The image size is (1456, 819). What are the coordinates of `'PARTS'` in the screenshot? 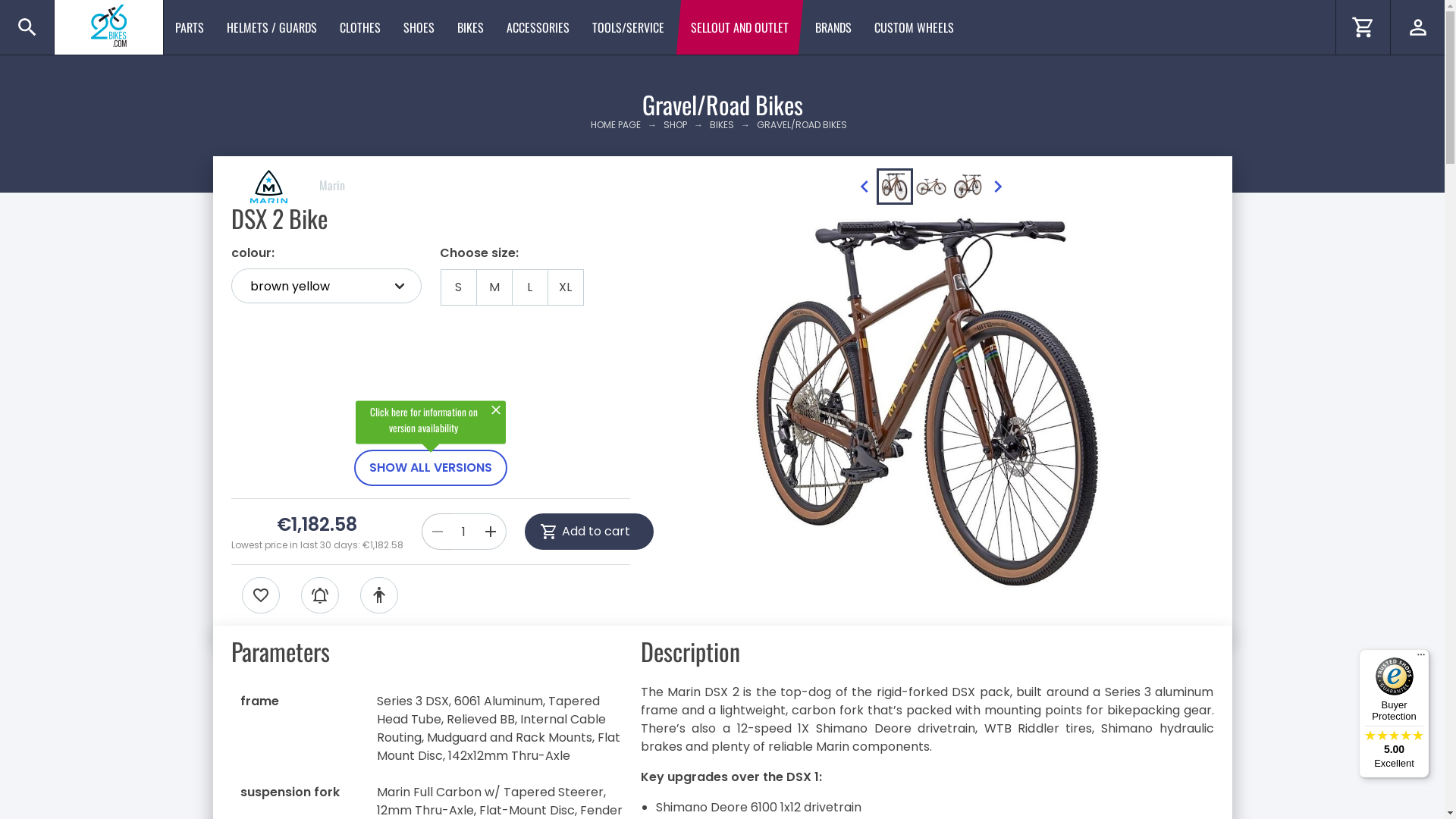 It's located at (188, 27).